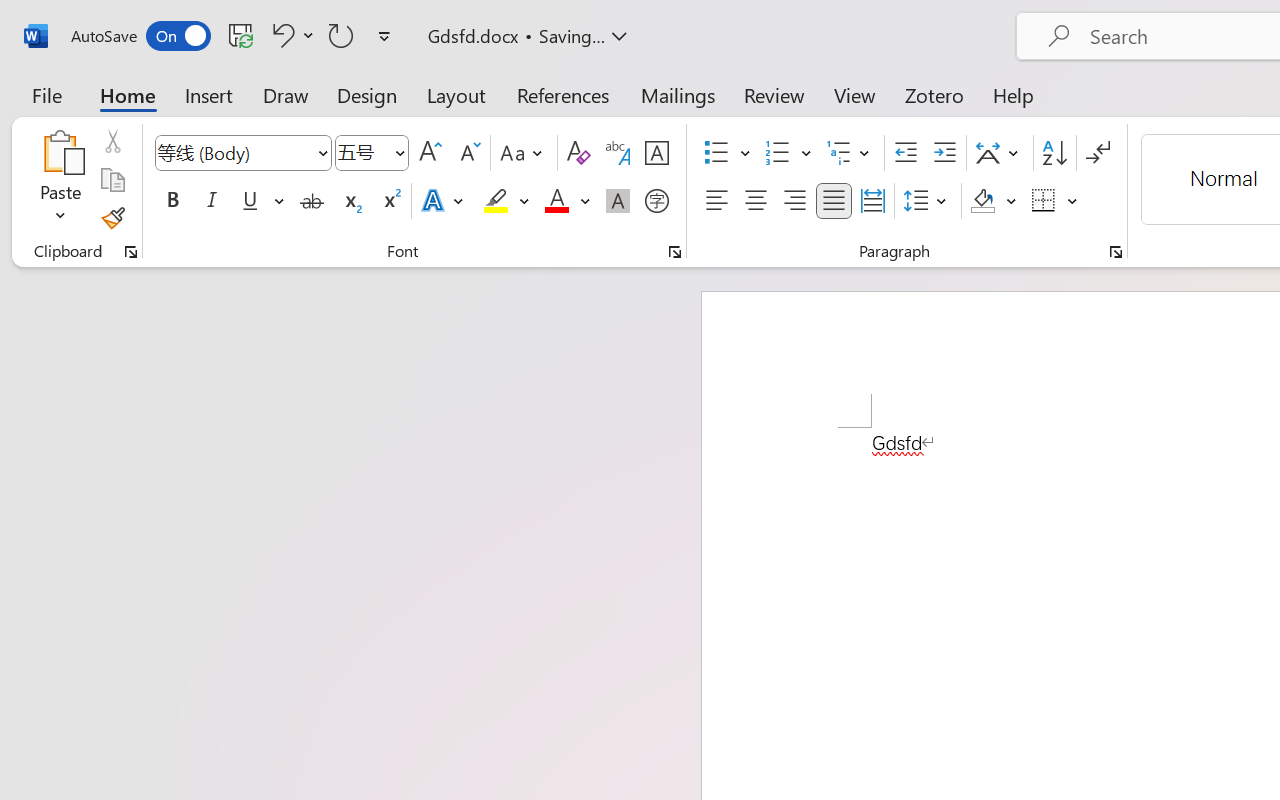  I want to click on 'Multilevel List', so click(850, 153).